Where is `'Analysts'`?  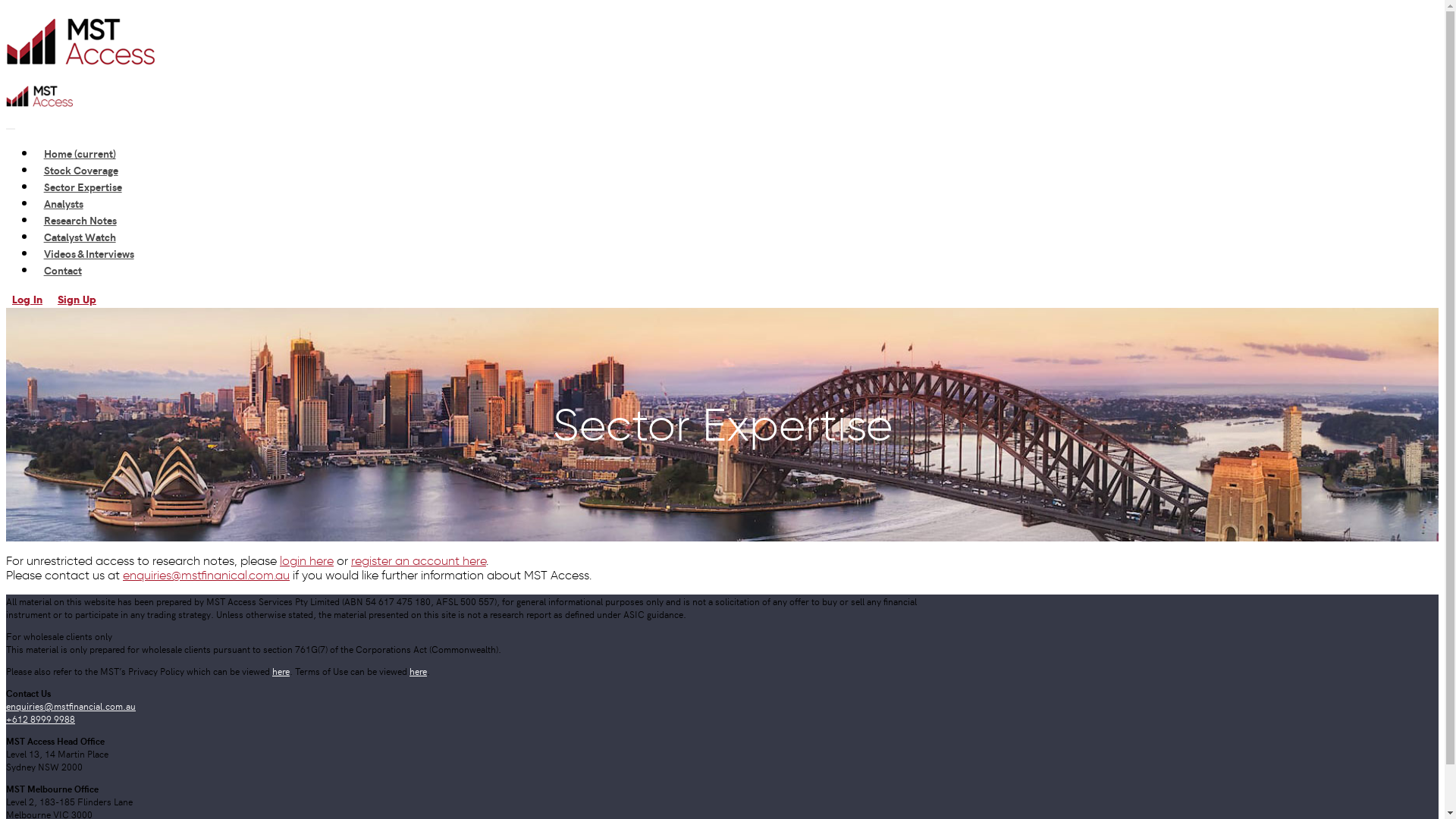
'Analysts' is located at coordinates (62, 202).